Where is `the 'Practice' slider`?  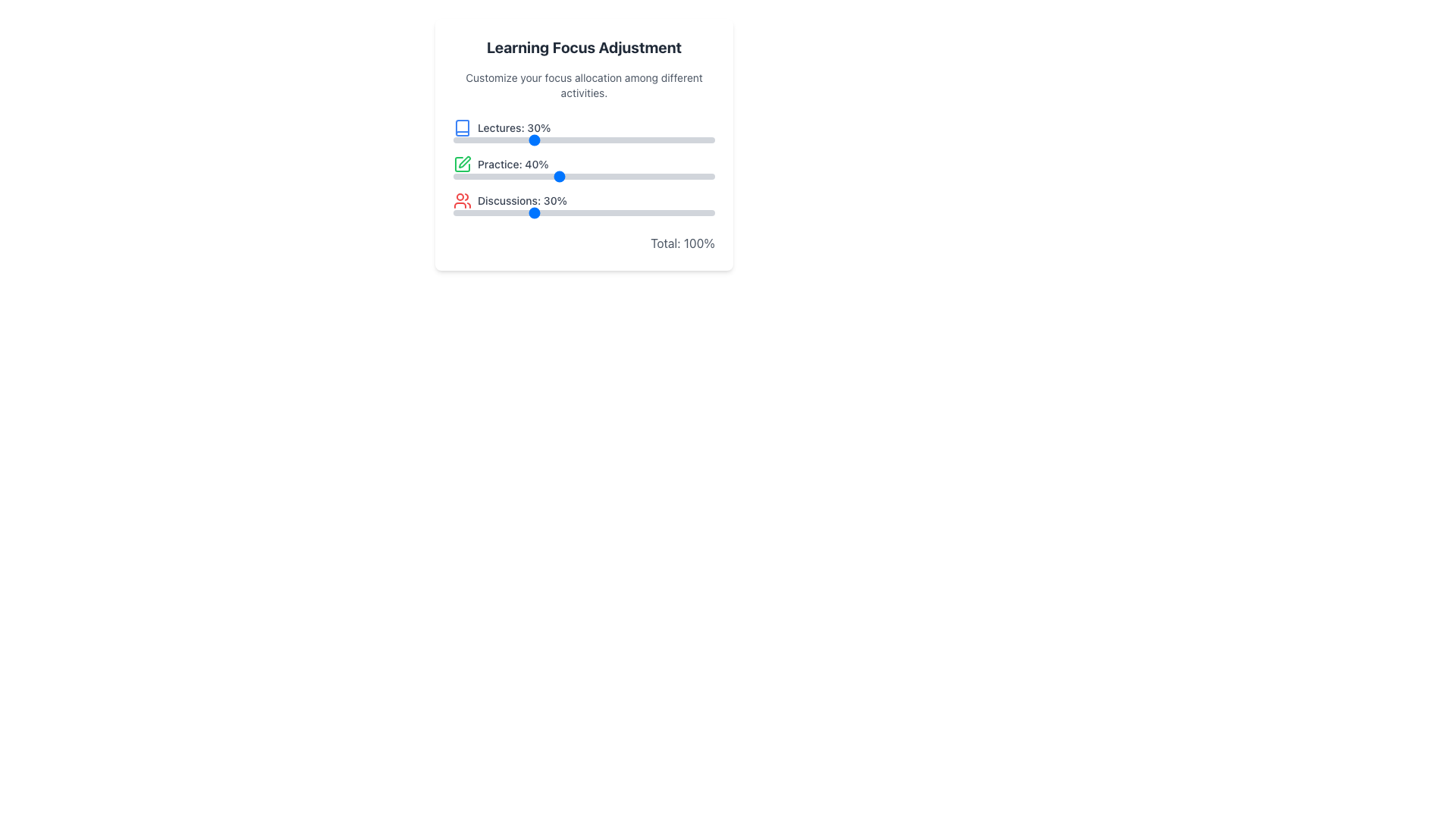 the 'Practice' slider is located at coordinates (629, 175).